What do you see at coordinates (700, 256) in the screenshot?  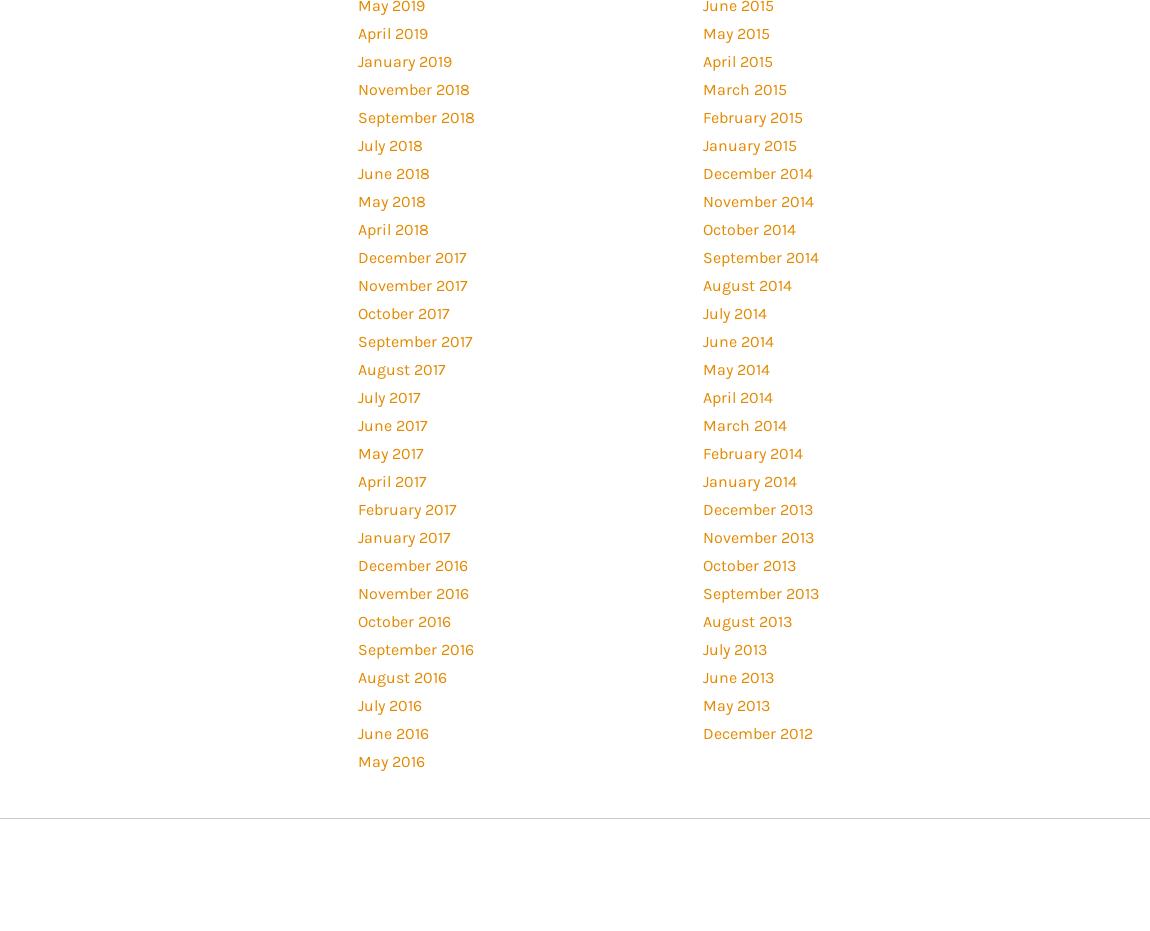 I see `'September 2014'` at bounding box center [700, 256].